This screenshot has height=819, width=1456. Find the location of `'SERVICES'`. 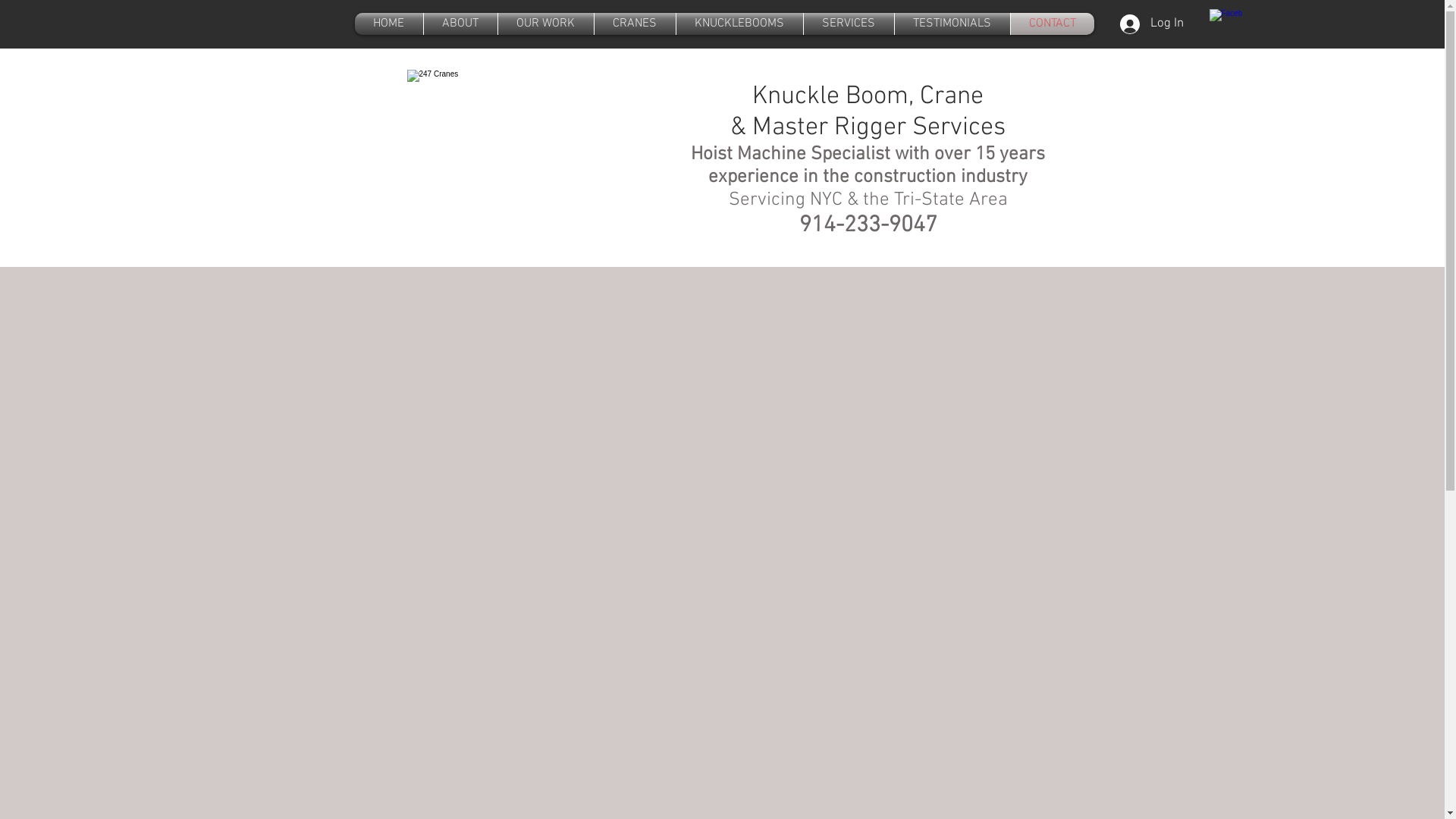

'SERVICES' is located at coordinates (848, 24).